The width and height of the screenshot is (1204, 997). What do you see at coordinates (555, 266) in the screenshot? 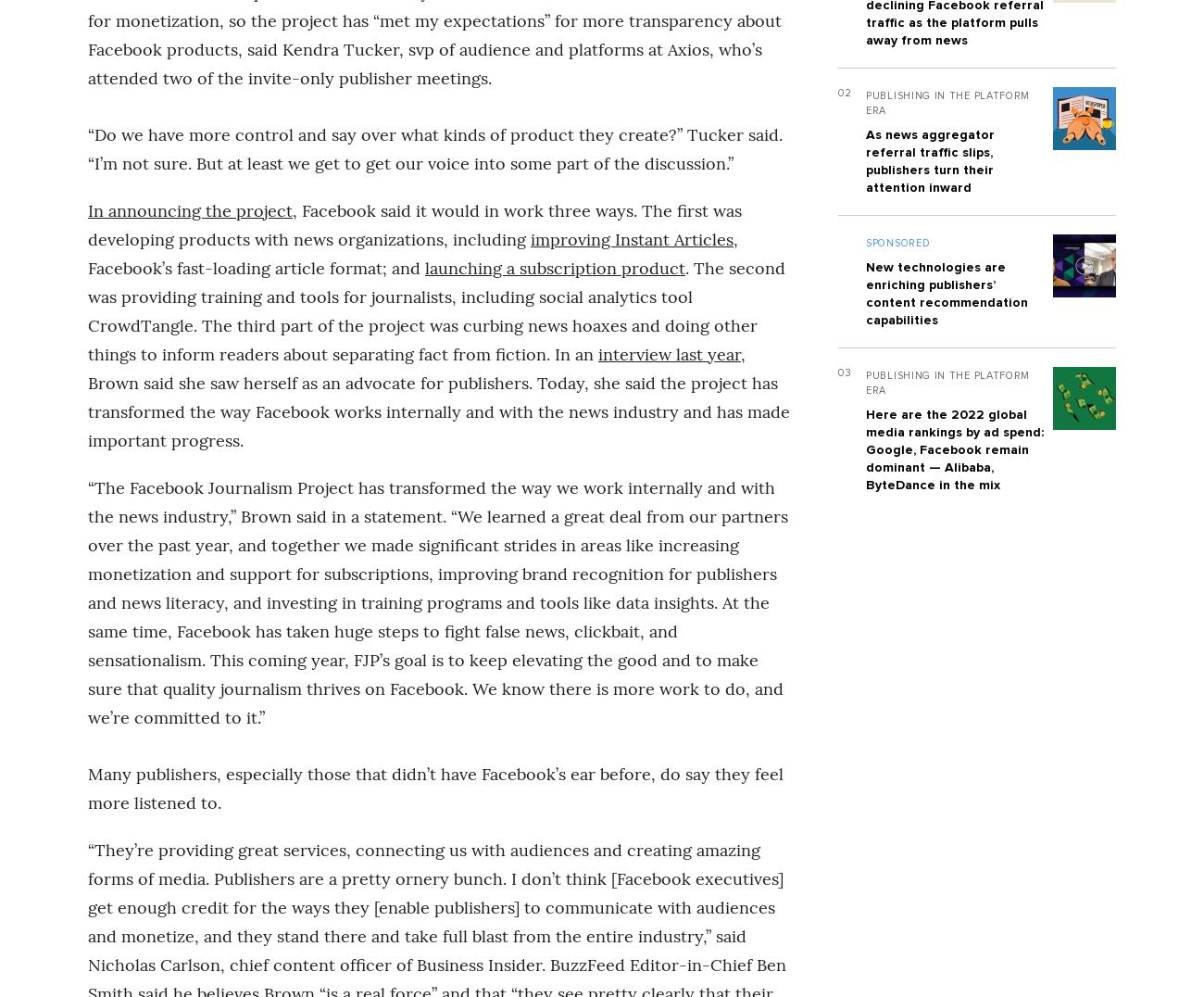
I see `'launching a subscription product'` at bounding box center [555, 266].